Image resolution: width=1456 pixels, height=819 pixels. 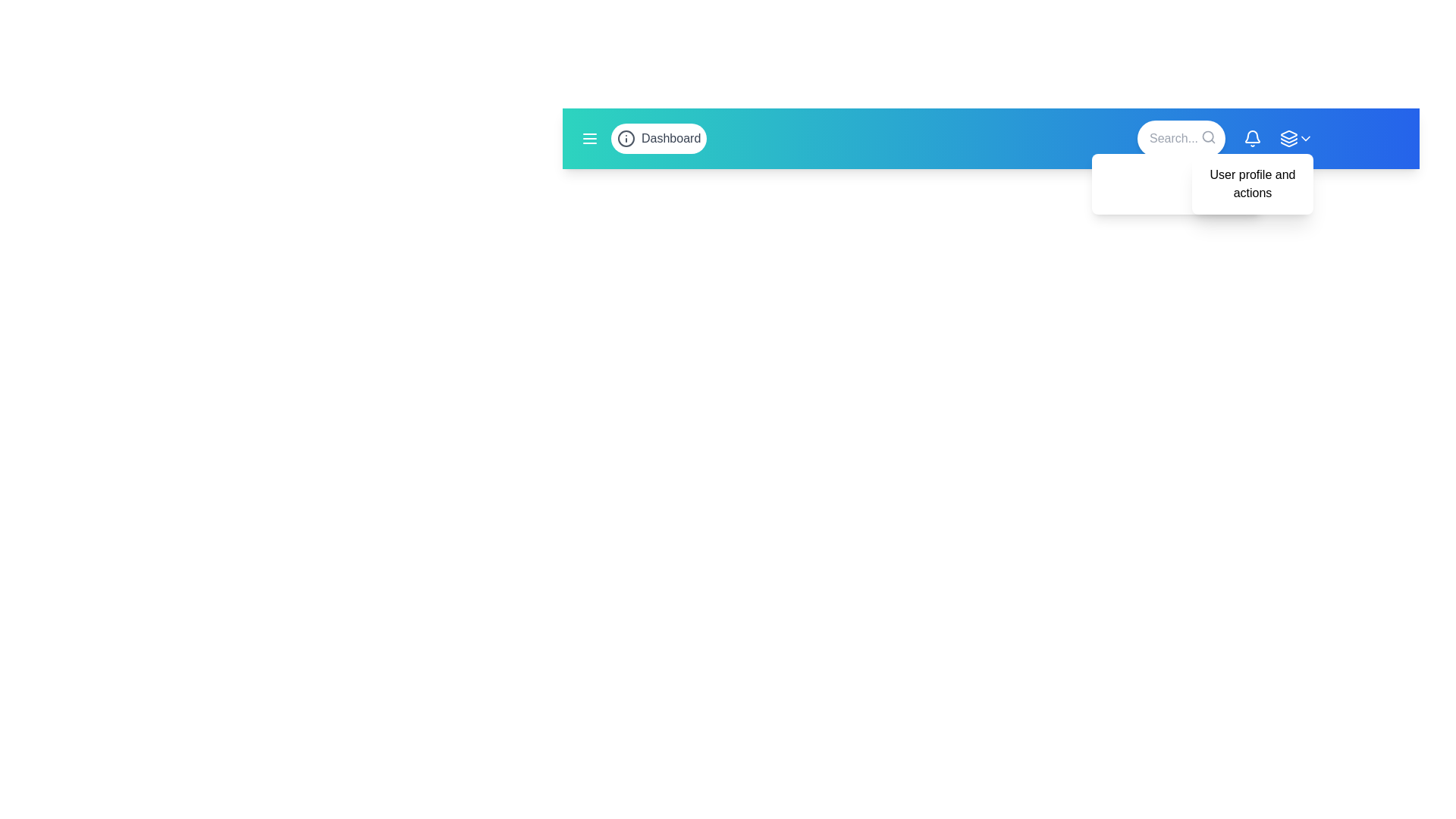 I want to click on the chevron-down icon with a blue background located in the top-right navigation bar, so click(x=1305, y=138).